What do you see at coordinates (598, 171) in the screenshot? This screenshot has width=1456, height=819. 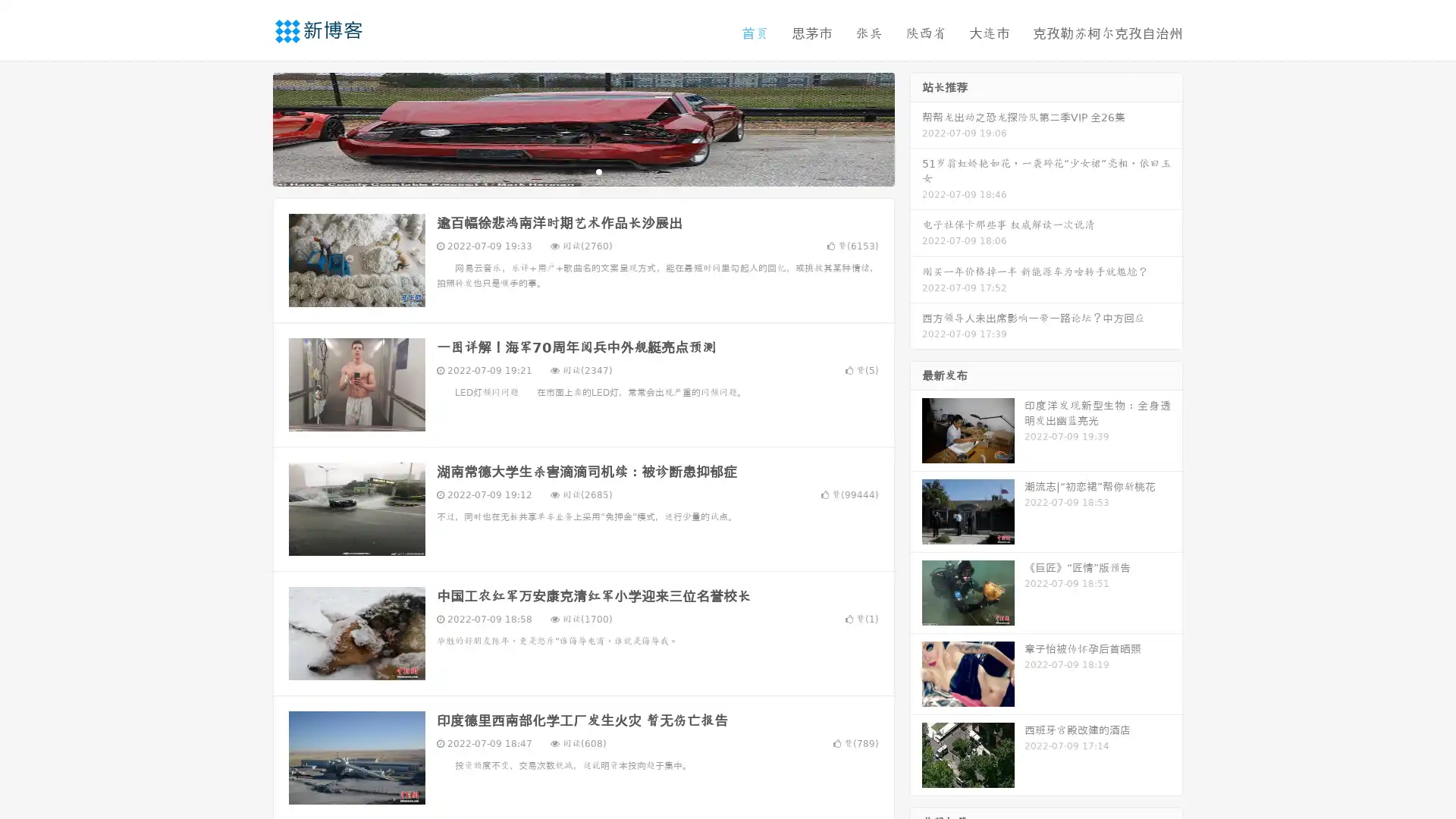 I see `Go to slide 3` at bounding box center [598, 171].